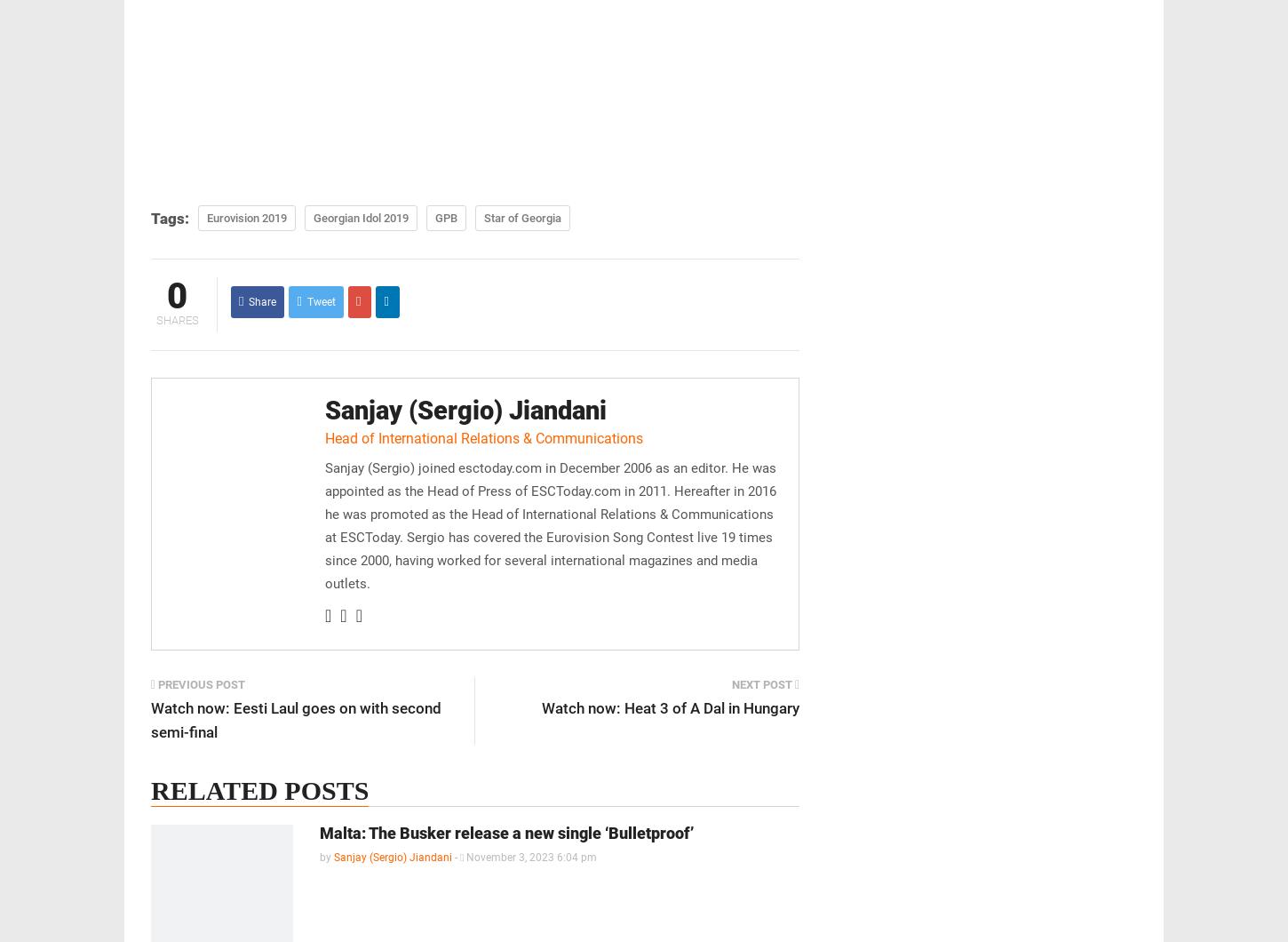 The width and height of the screenshot is (1288, 942). What do you see at coordinates (456, 857) in the screenshot?
I see `'-'` at bounding box center [456, 857].